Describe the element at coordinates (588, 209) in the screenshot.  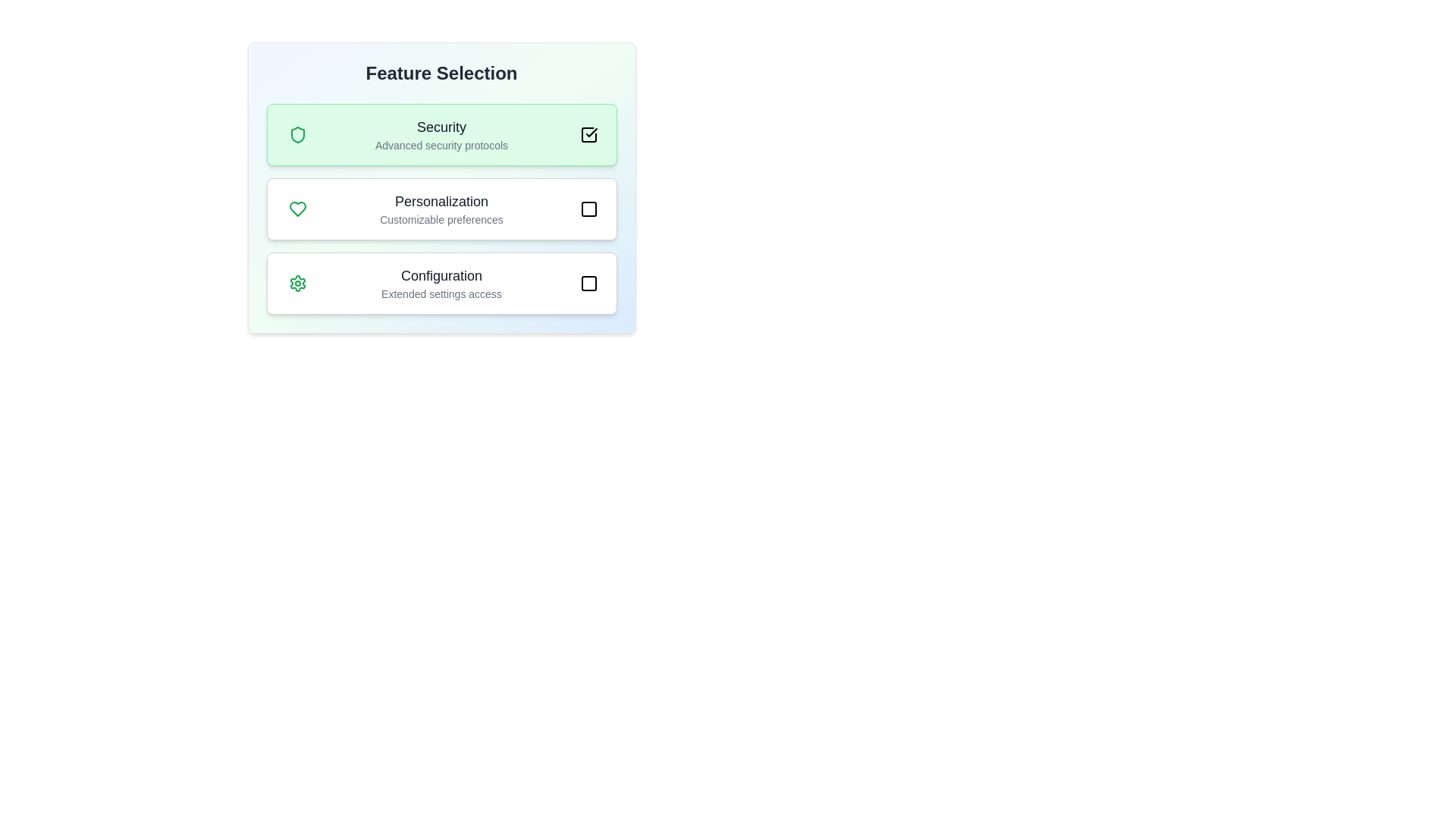
I see `the toggle button located at the far right of the row containing the text 'Personalization: Customizable preferences'` at that location.